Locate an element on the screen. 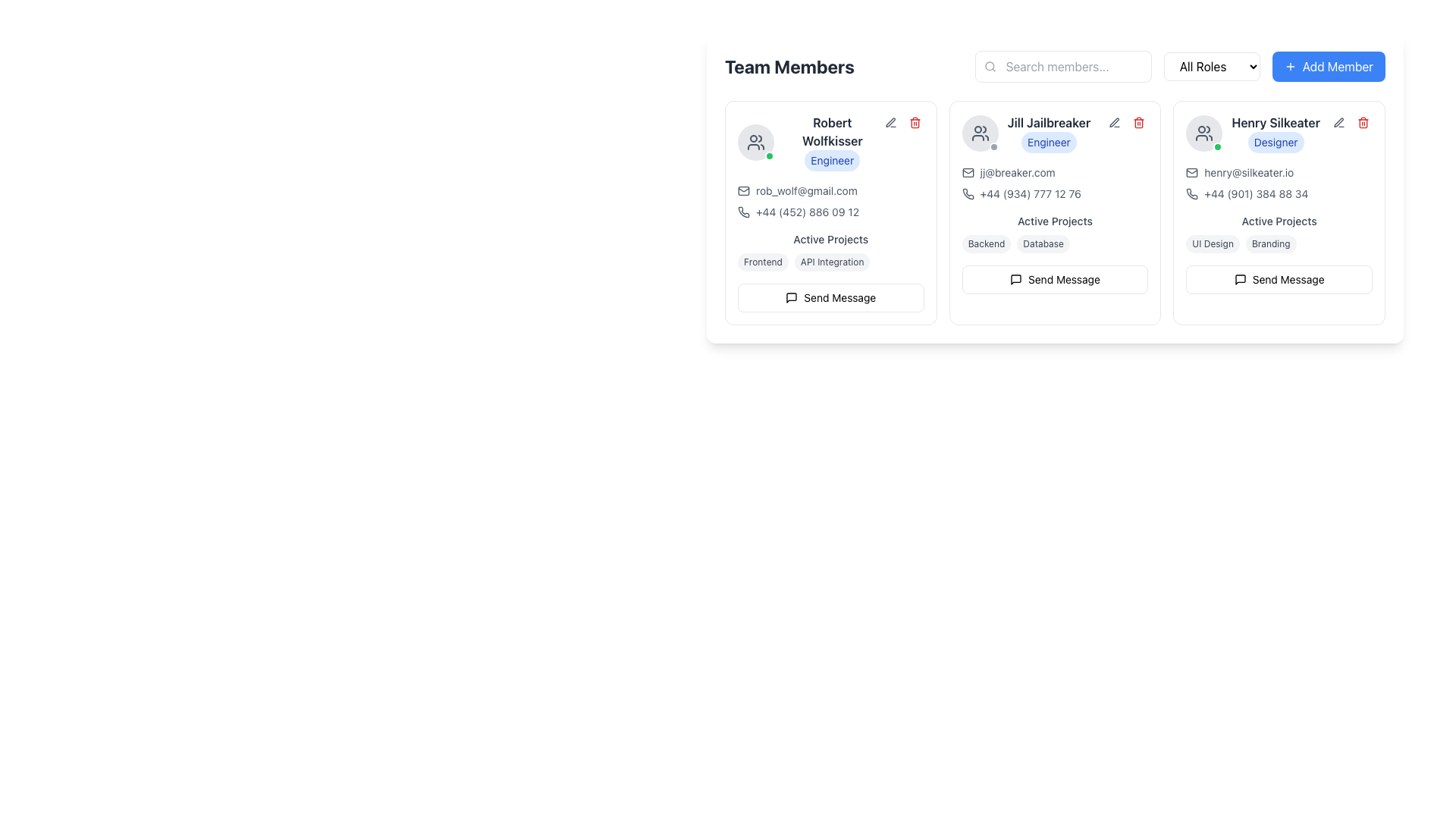  the small pen icon button with a gray outline next to the name and role of 'Henry Silkeater' is located at coordinates (1338, 121).